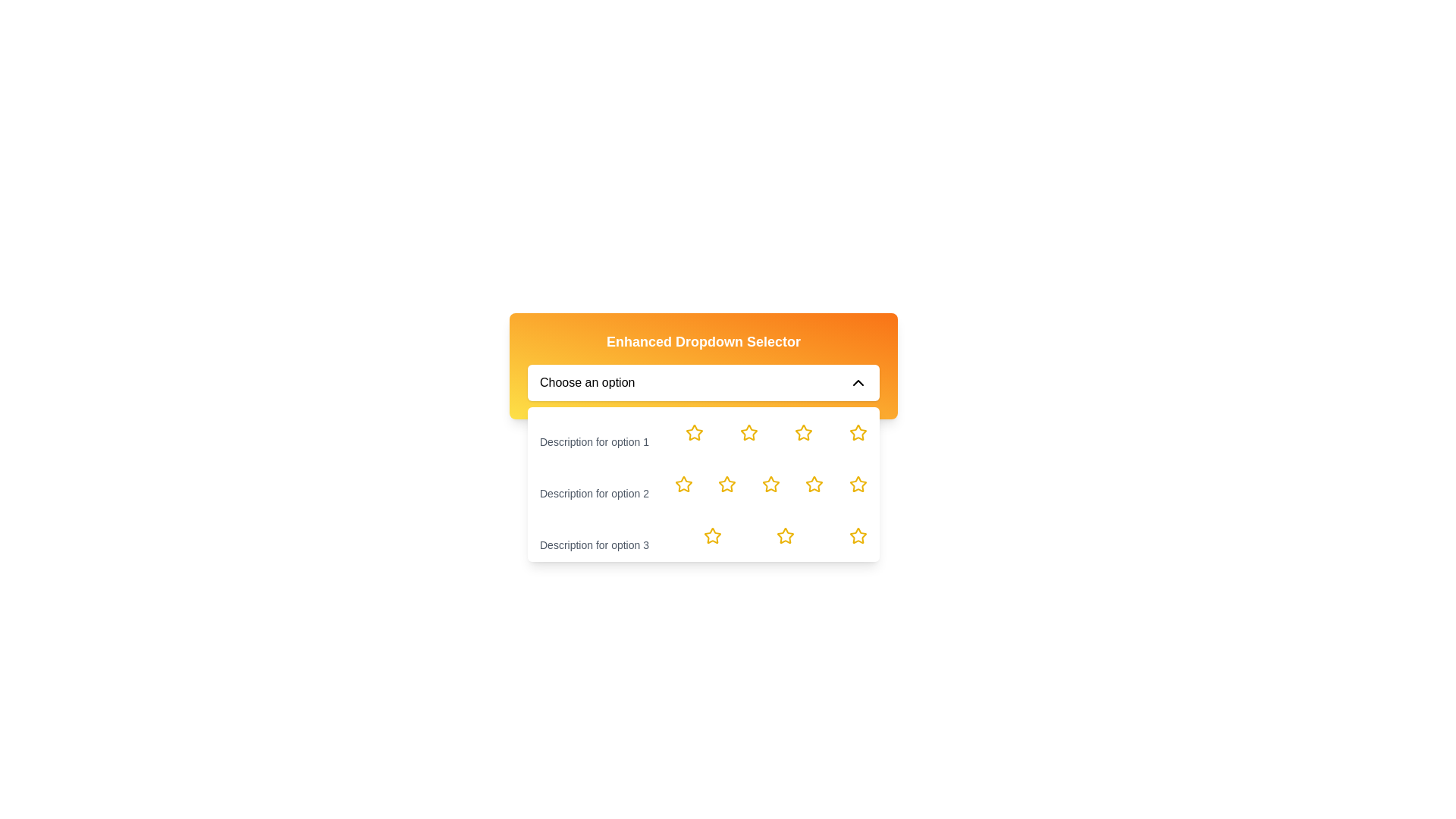 Image resolution: width=1456 pixels, height=819 pixels. Describe the element at coordinates (749, 432) in the screenshot. I see `the second yellow star-shaped icon with a hollow center located in the 'Option 1' section` at that location.